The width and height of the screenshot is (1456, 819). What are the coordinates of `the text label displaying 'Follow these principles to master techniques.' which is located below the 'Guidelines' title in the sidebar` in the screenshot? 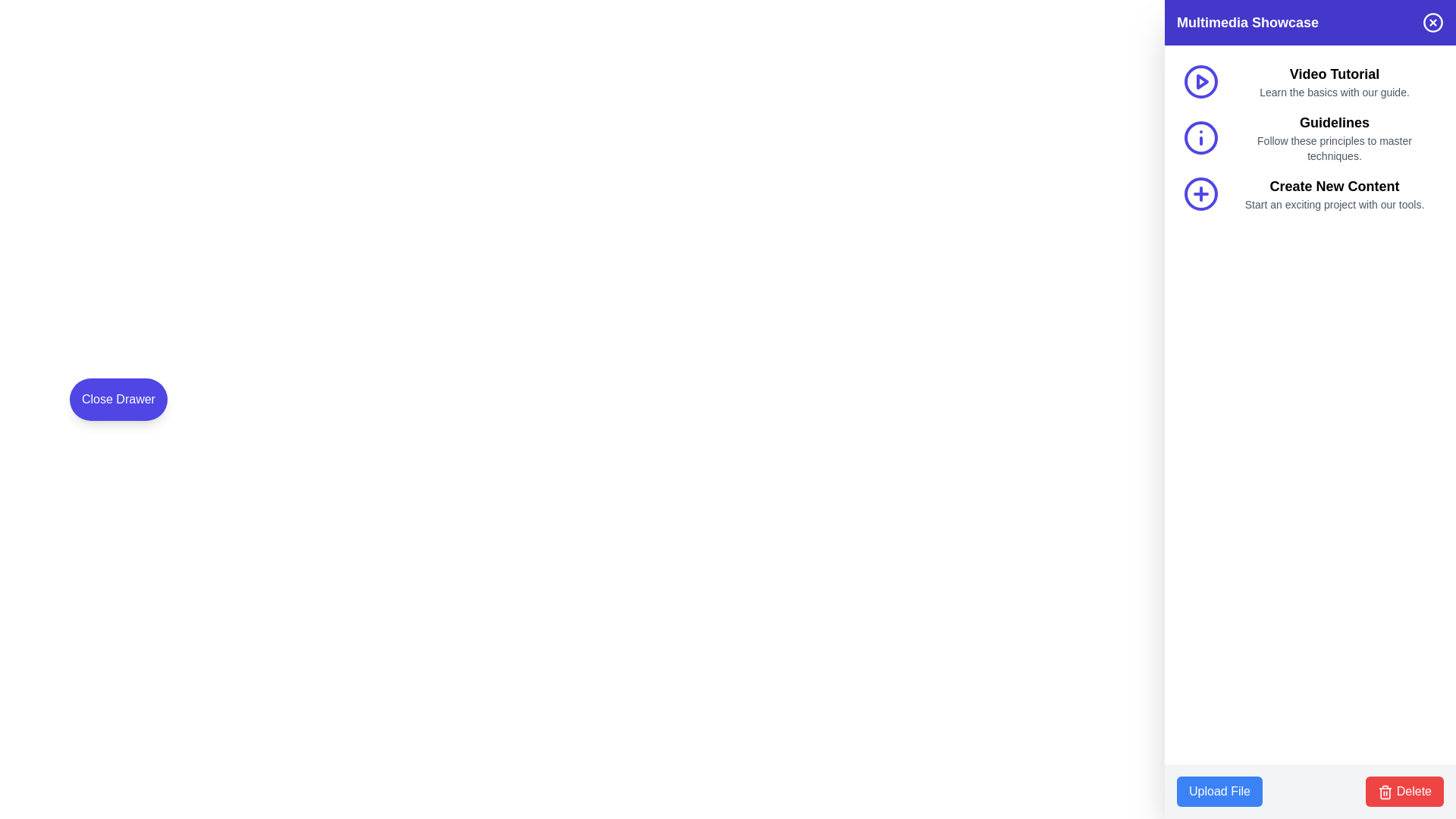 It's located at (1335, 149).